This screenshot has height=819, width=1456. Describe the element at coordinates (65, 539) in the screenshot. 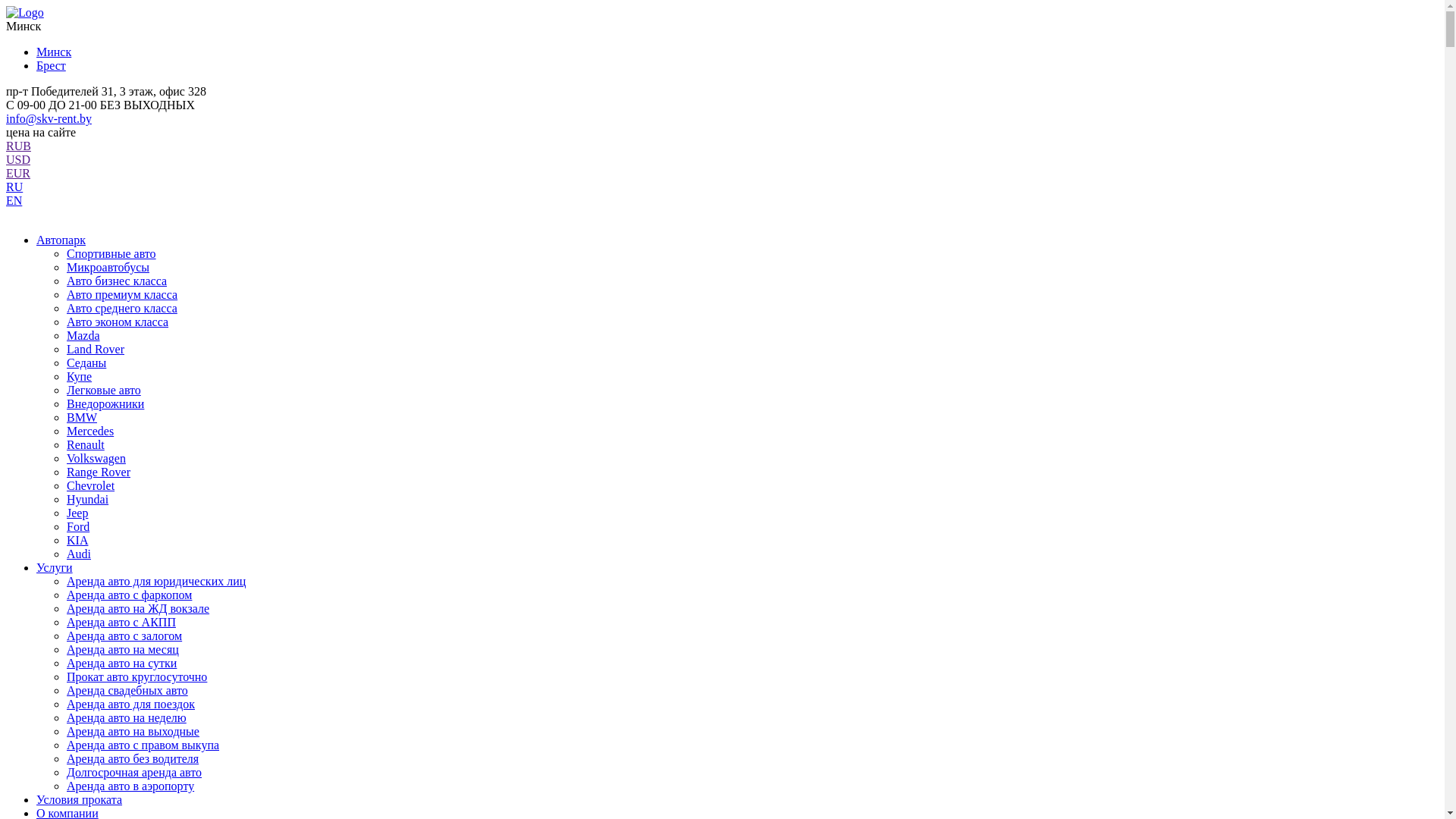

I see `'KIA'` at that location.